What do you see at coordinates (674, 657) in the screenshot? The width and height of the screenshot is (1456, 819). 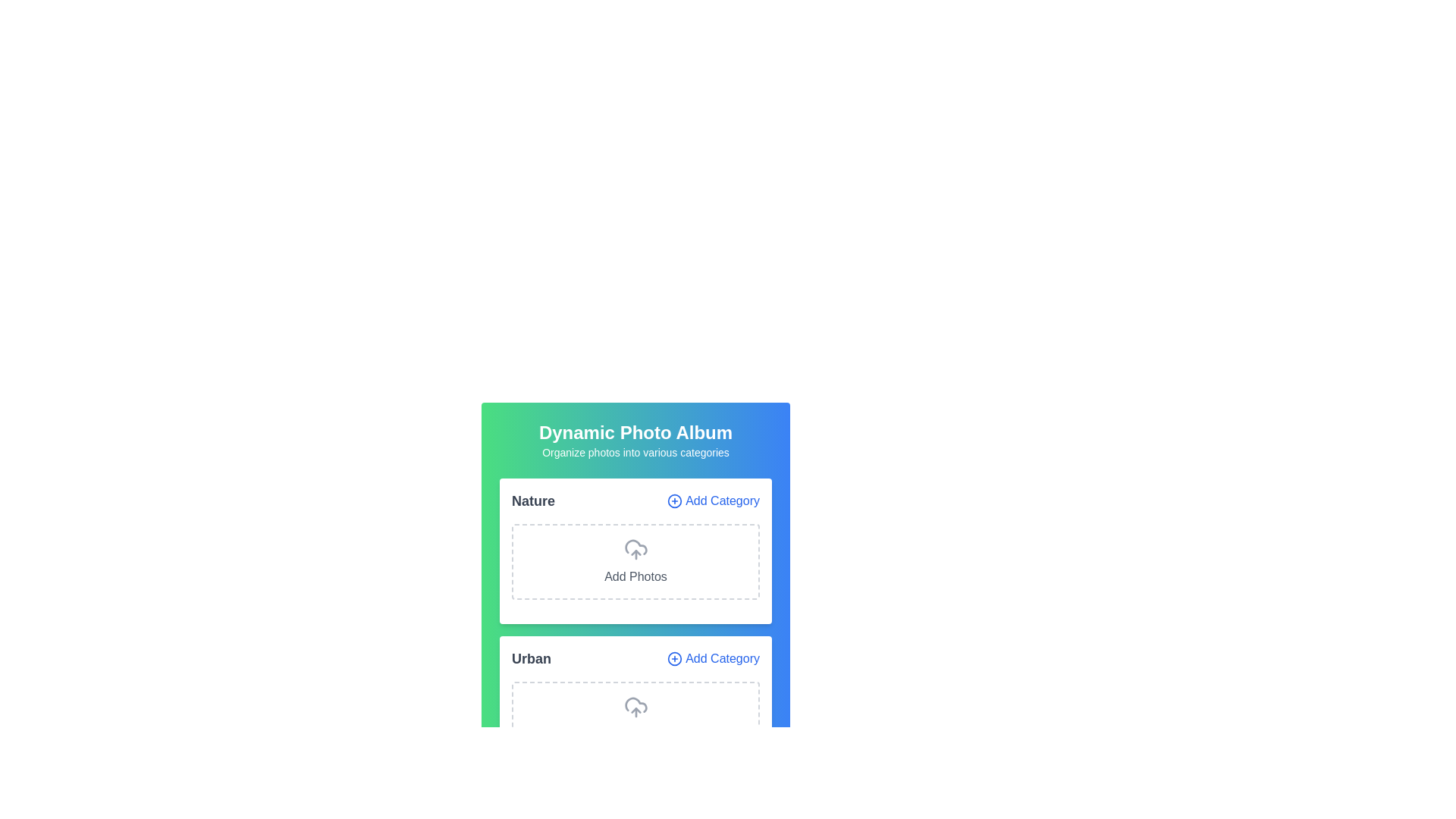 I see `the icon button within the 'Add Category' button located at the top-right corner of the 'Urban' category box` at bounding box center [674, 657].